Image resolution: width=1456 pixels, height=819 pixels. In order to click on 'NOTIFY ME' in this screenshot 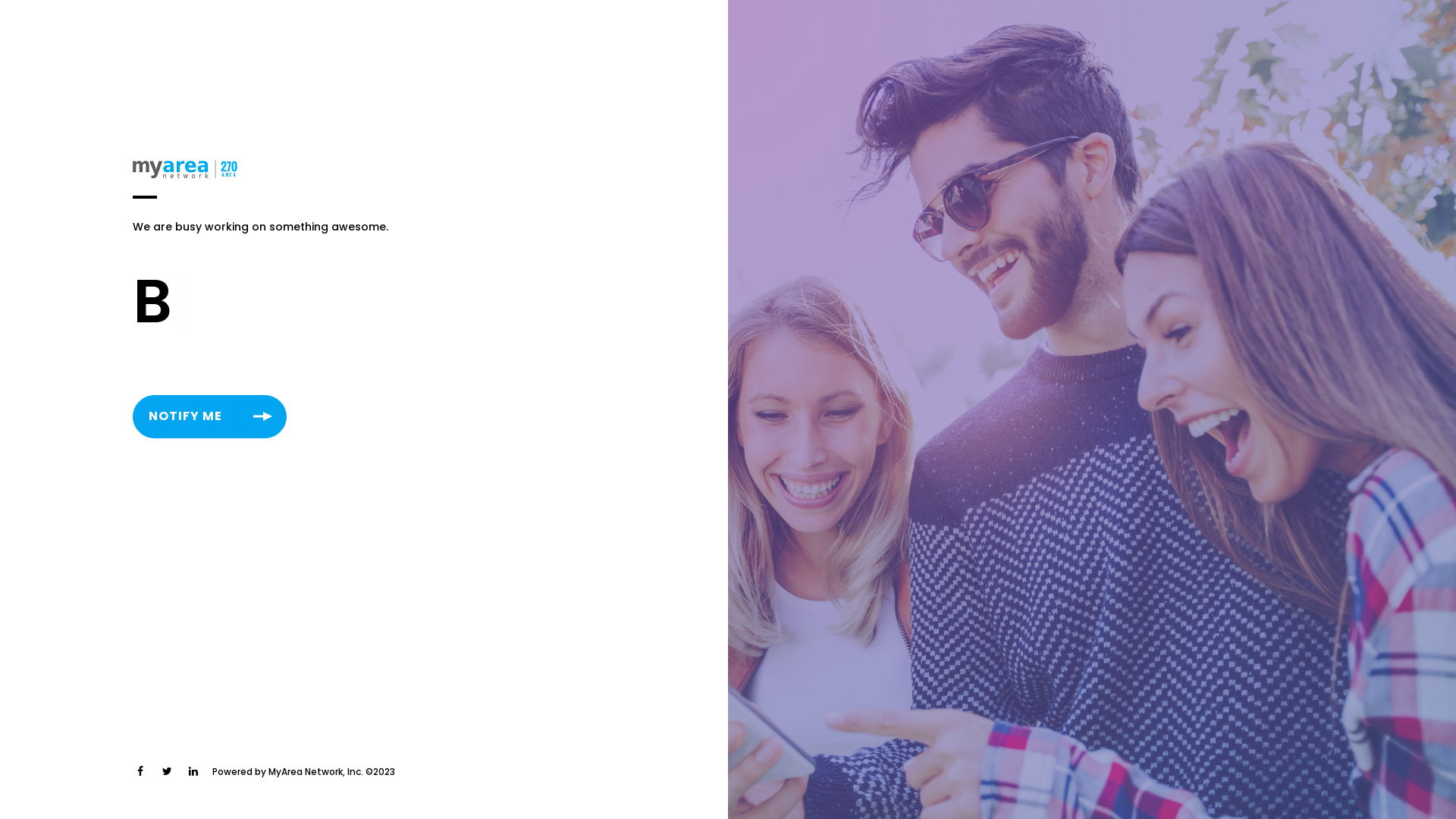, I will do `click(132, 416)`.